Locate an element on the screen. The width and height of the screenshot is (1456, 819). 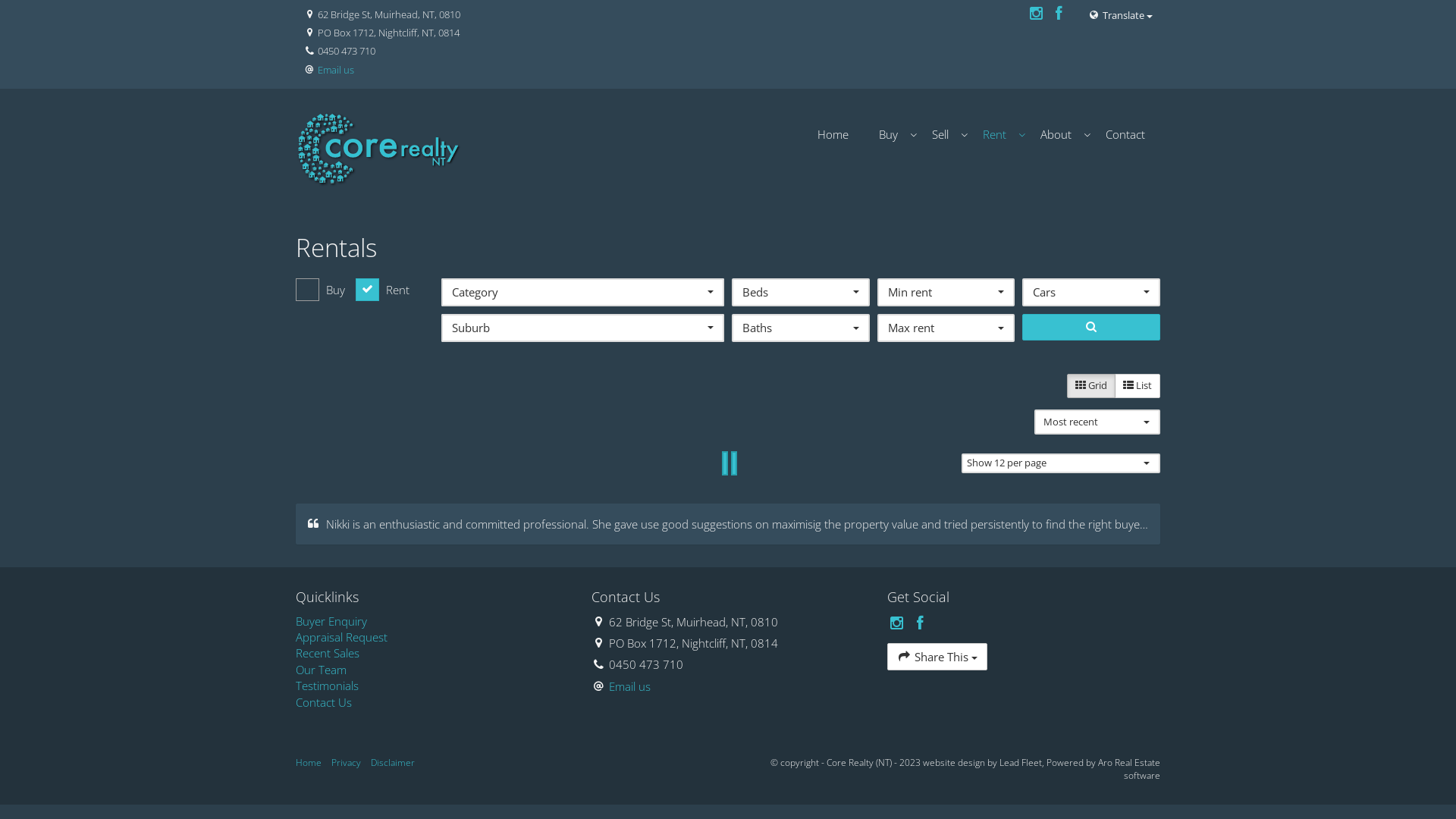
'Buy' is located at coordinates (319, 290).